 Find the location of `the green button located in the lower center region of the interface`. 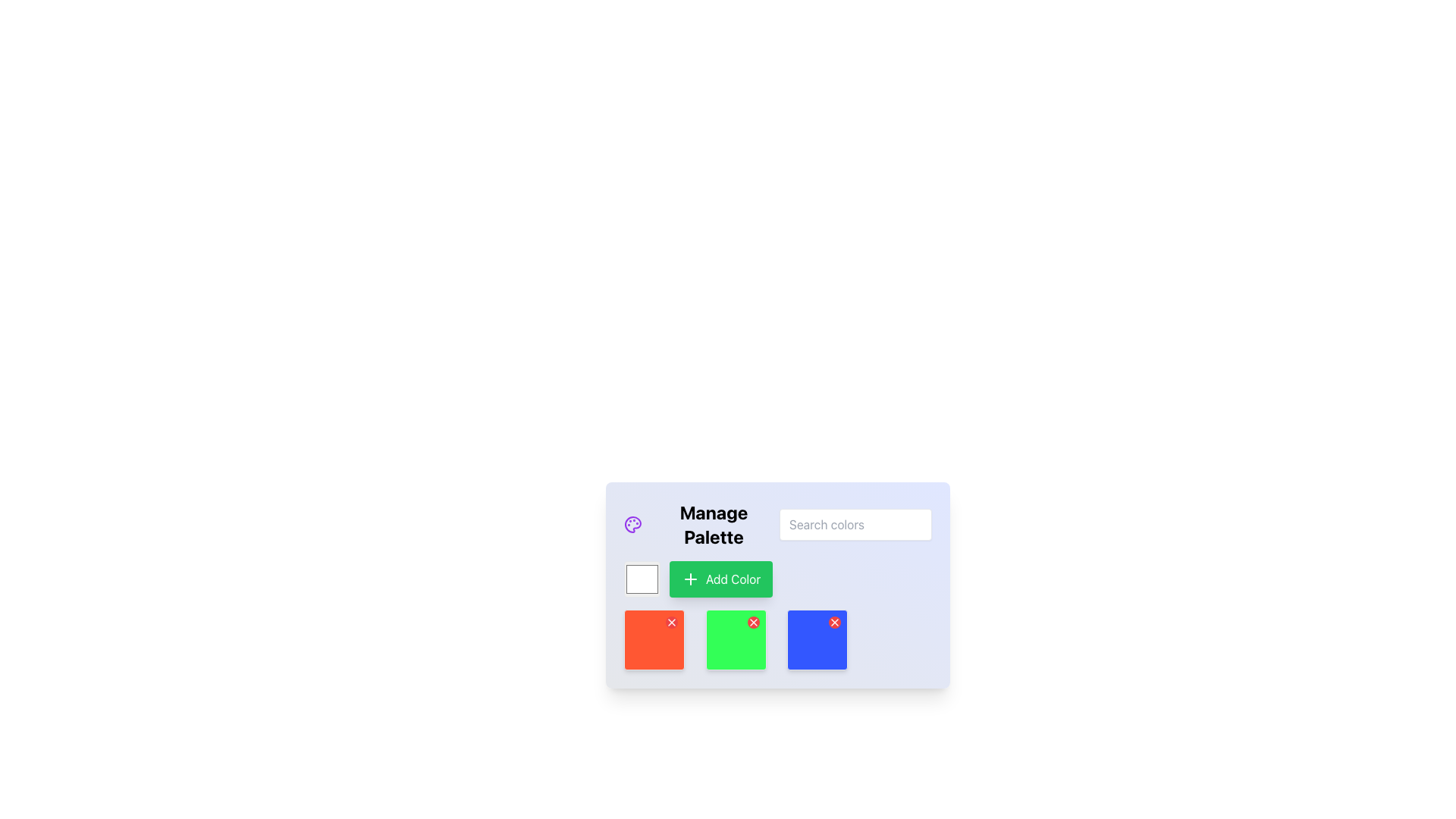

the green button located in the lower center region of the interface is located at coordinates (690, 579).